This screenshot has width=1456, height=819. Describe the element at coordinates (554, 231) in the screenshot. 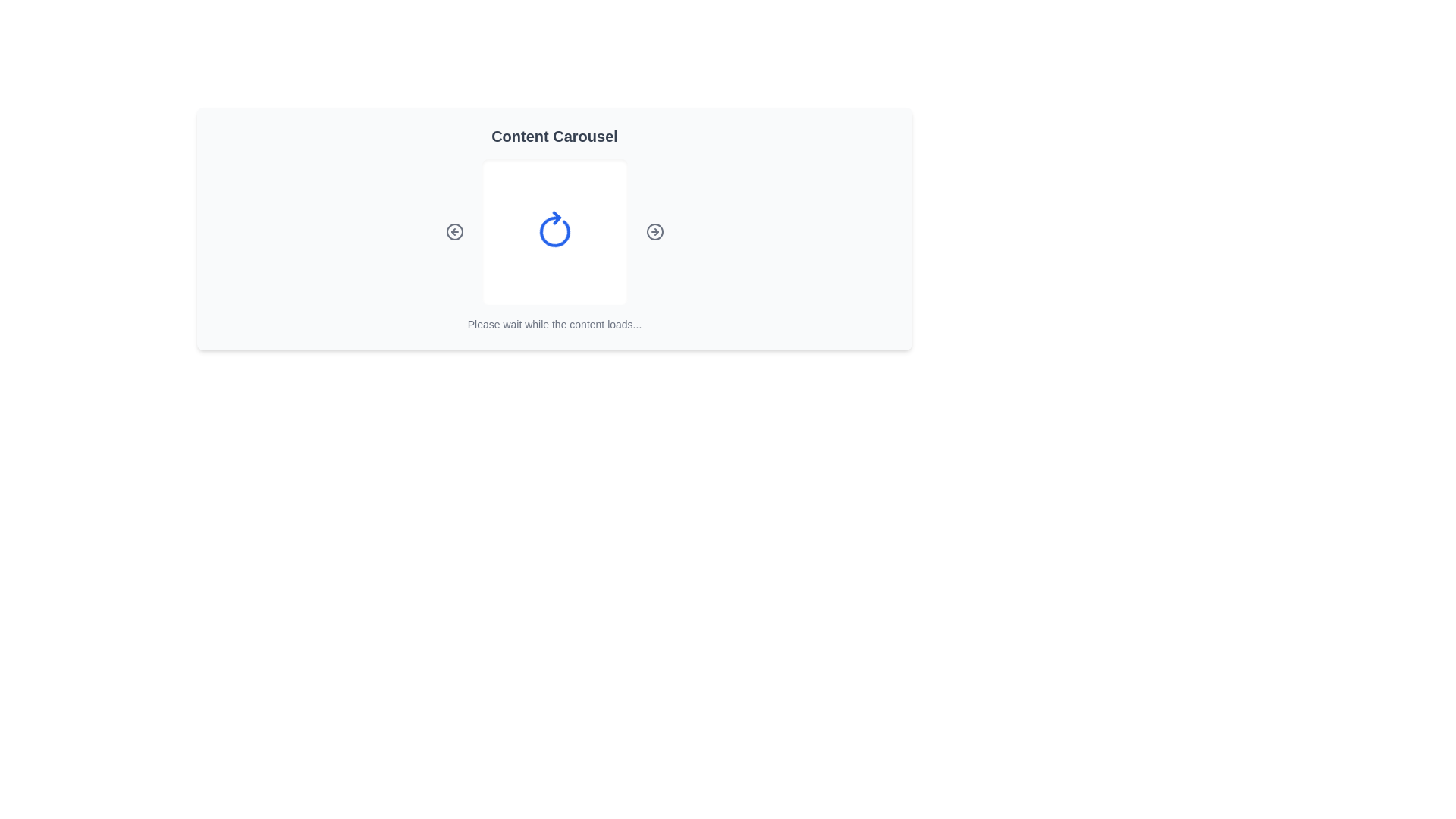

I see `the loading icon SVG graphic that indicates a loading or progress state, centrally aligned within a carousel interface` at that location.